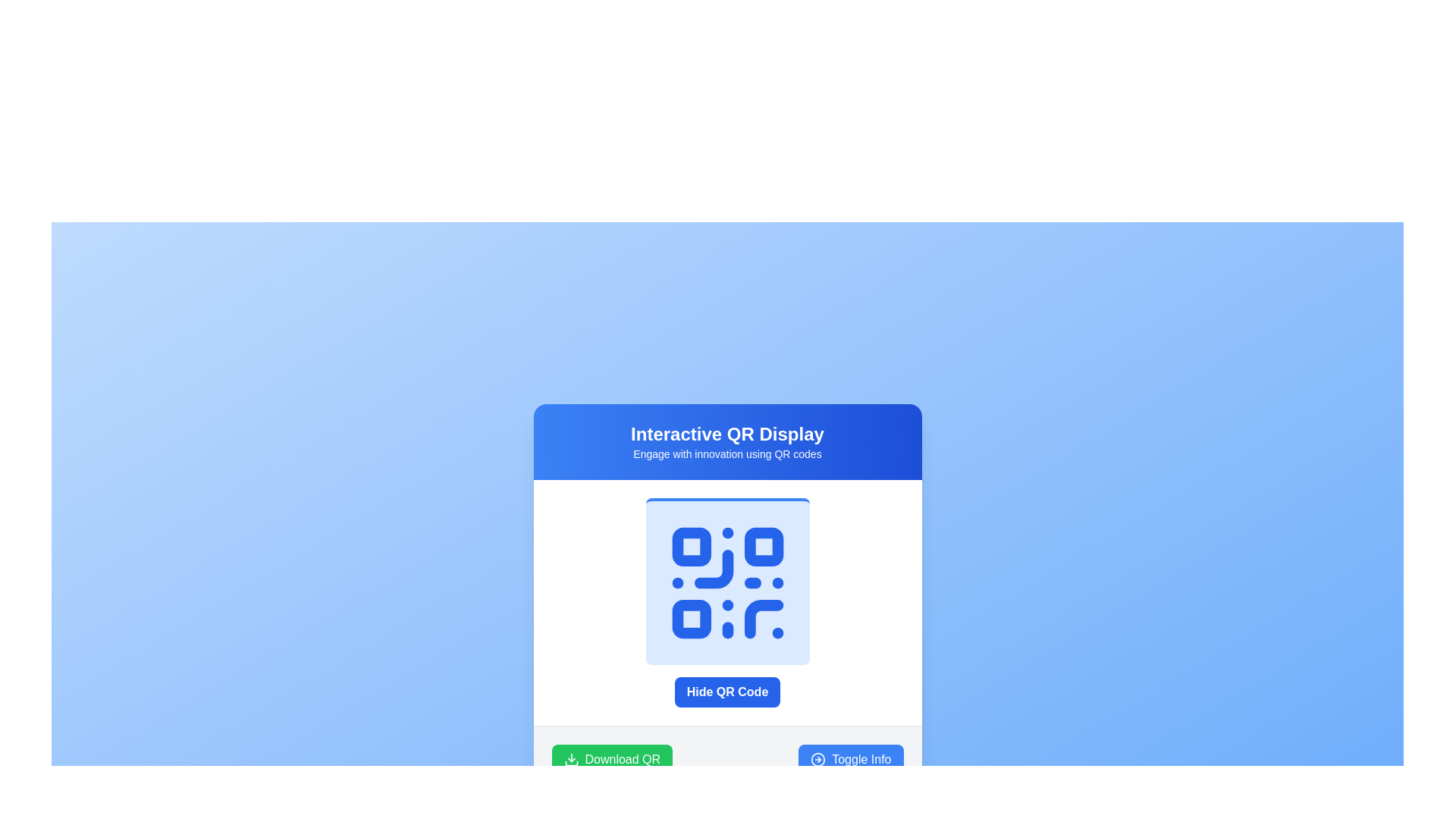  Describe the element at coordinates (764, 546) in the screenshot. I see `the small blue square with rounded corners, which is the second square in the top row of the QR code graphic` at that location.